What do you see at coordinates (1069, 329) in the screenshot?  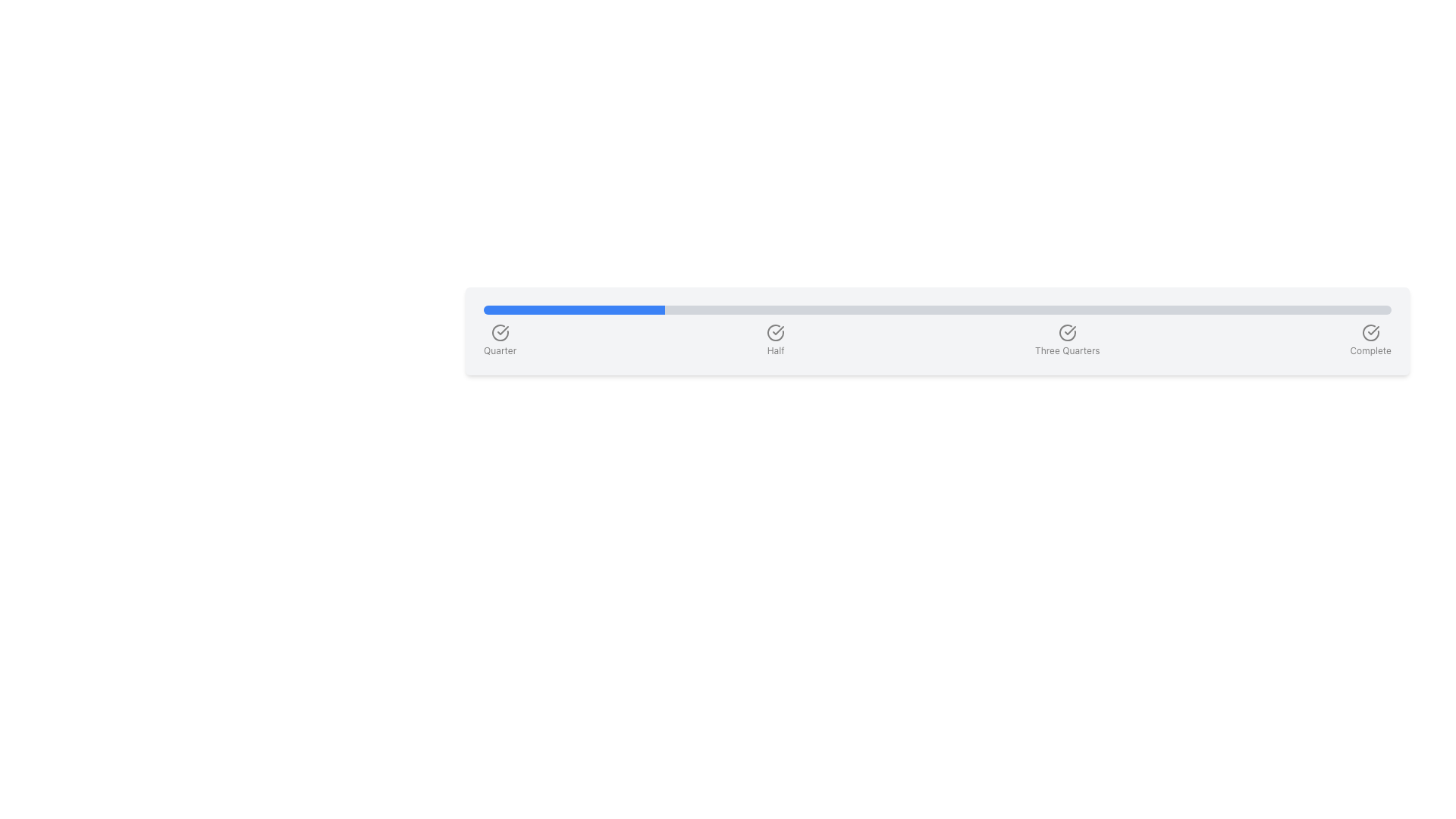 I see `the checkmark icon that symbolizes a completed state for the 'Three Quarters' segment of the progress bar` at bounding box center [1069, 329].